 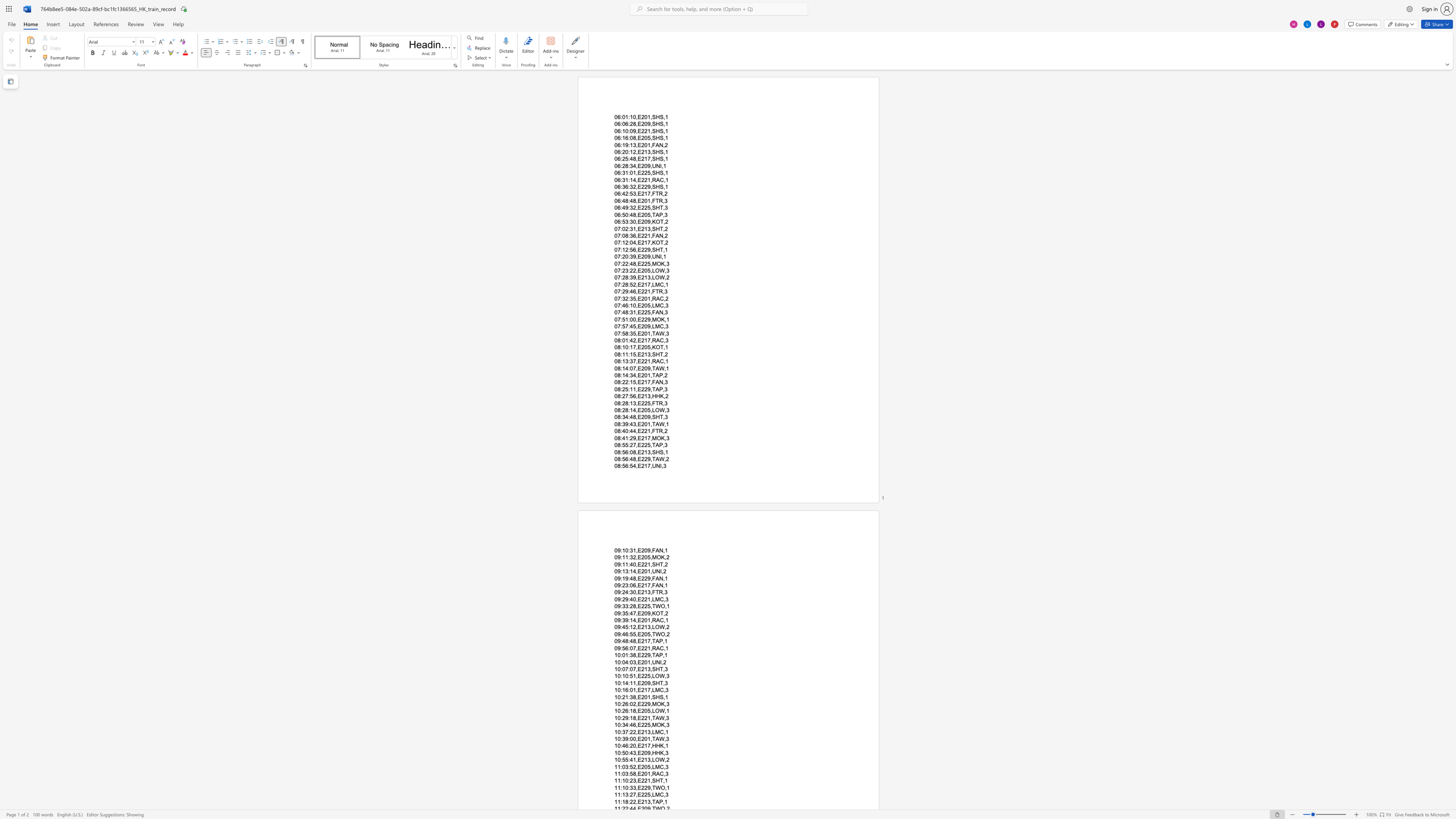 I want to click on the subset text "E2" within the text "07:02:31,E213,SHT,2", so click(x=637, y=229).